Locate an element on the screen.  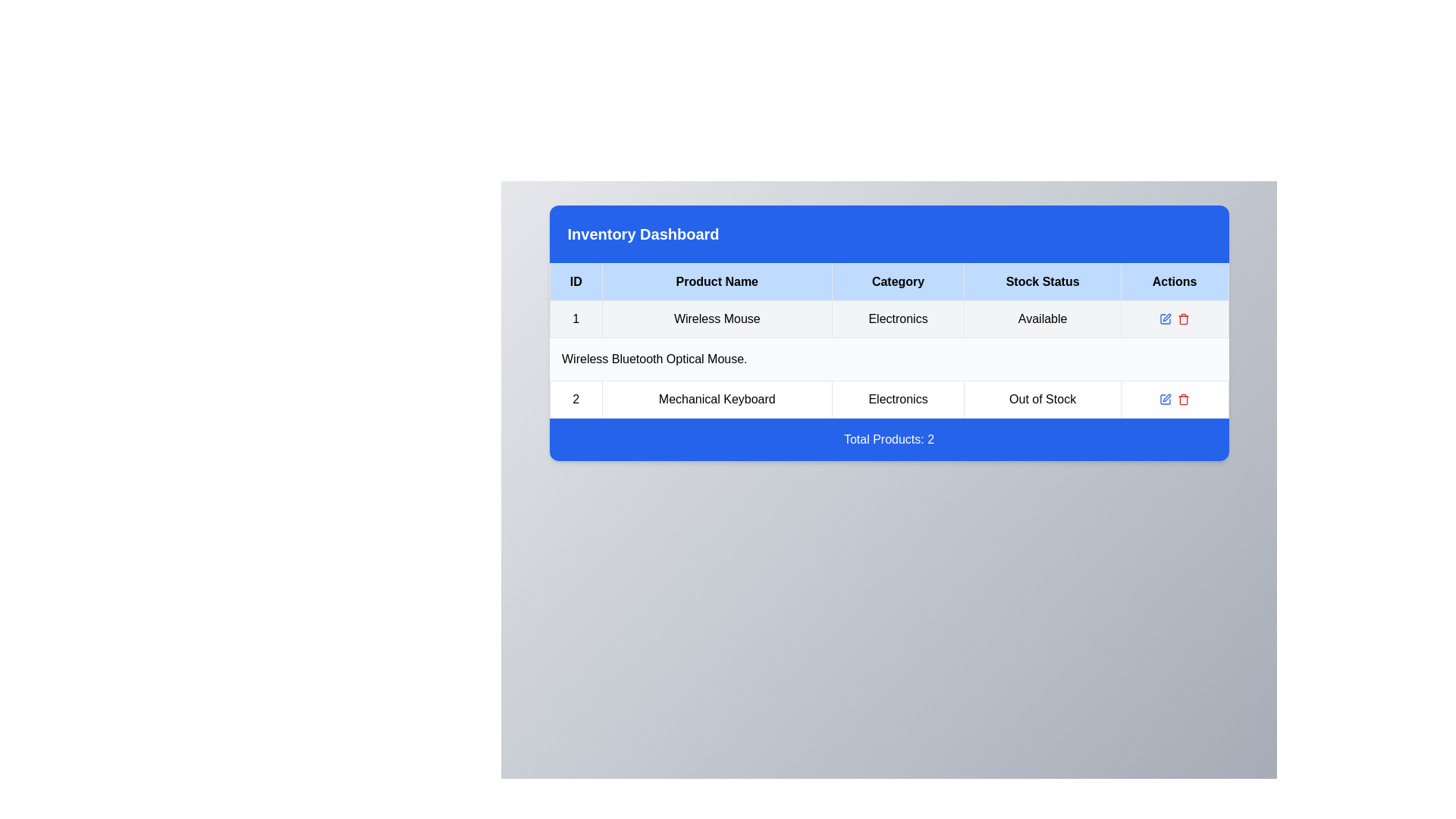
the blue pen icon in the 'Actions' column is located at coordinates (1165, 399).